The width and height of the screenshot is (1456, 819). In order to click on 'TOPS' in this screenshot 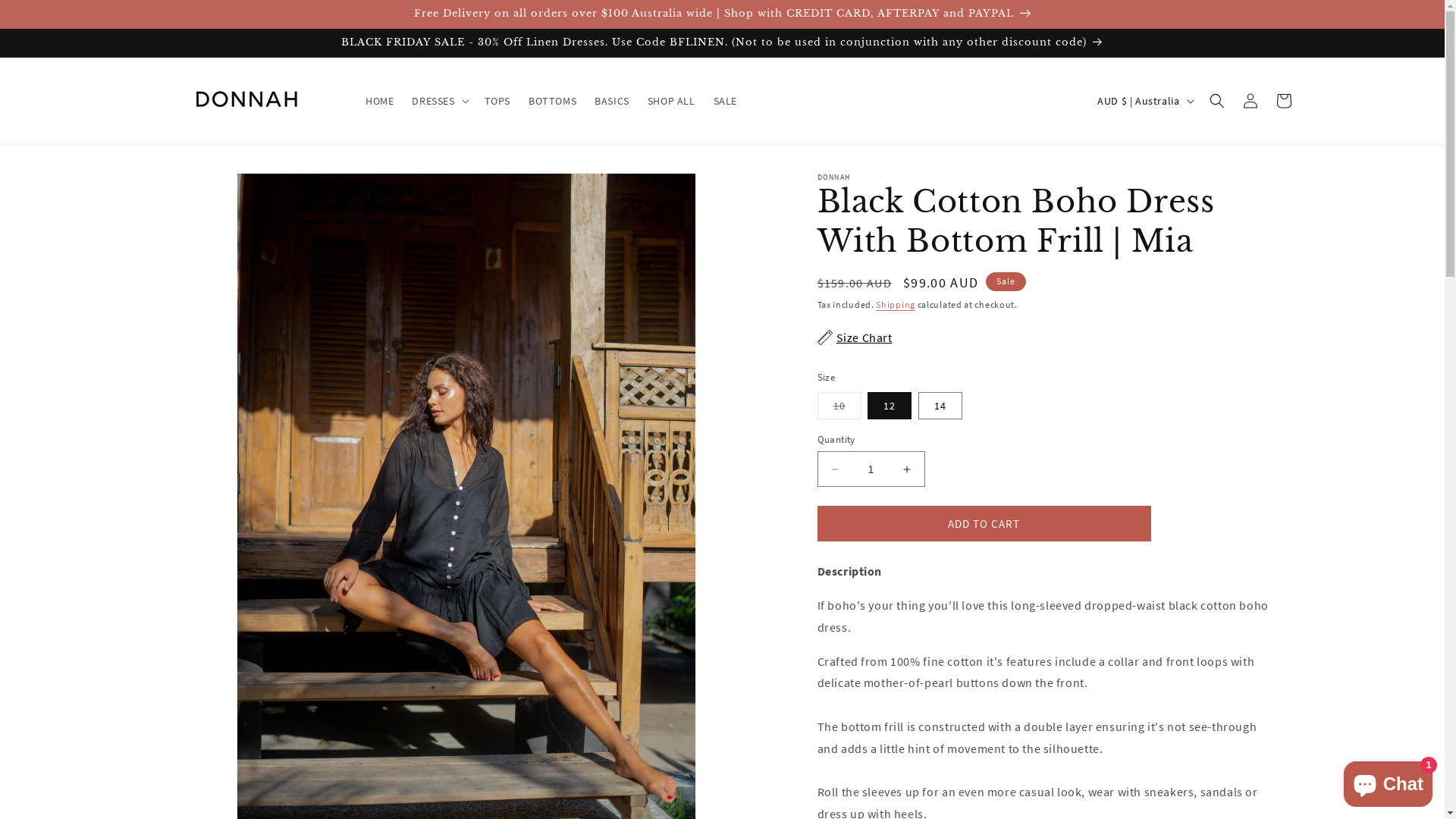, I will do `click(475, 100)`.